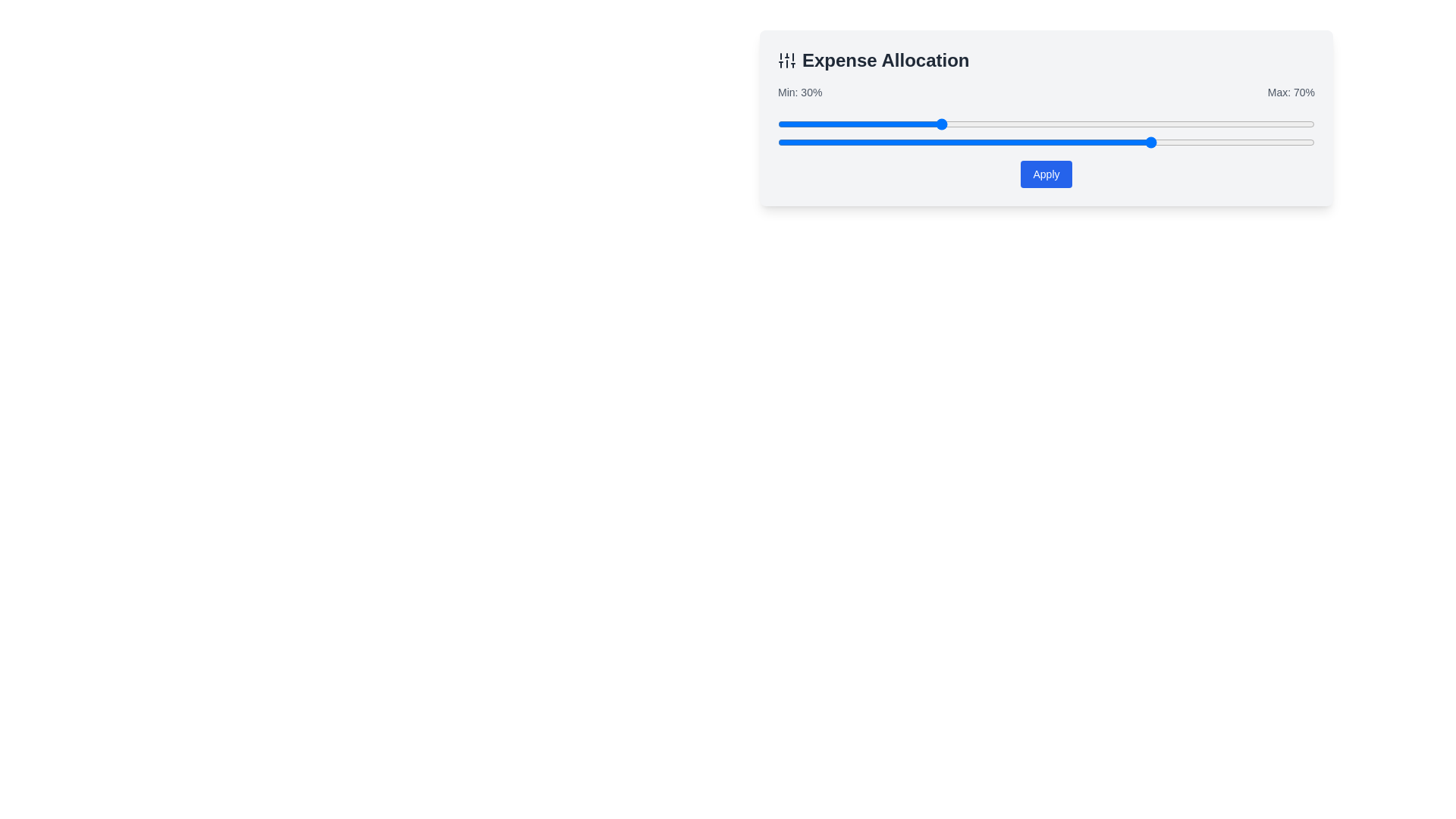 The height and width of the screenshot is (819, 1456). Describe the element at coordinates (1046, 174) in the screenshot. I see `the 'Apply' button, which is a rectangular button with white text on a bright blue background, located centrally beneath two horizontal blue sliders` at that location.